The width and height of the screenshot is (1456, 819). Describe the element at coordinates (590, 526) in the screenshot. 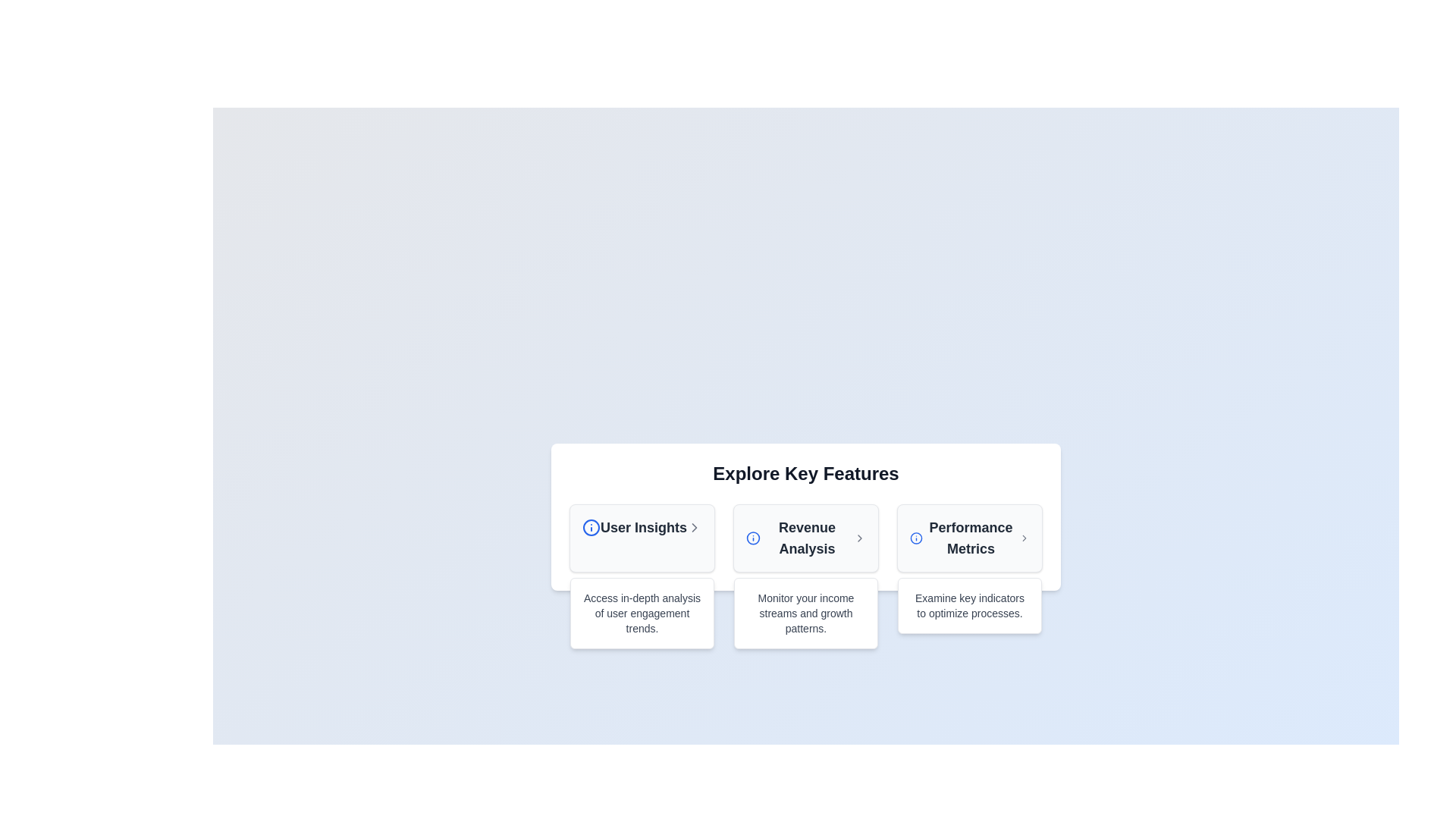

I see `the SVG Circle Element that serves as the background of the 'i' symbol in the information icon preceding the 'Revenue Analysis' section` at that location.